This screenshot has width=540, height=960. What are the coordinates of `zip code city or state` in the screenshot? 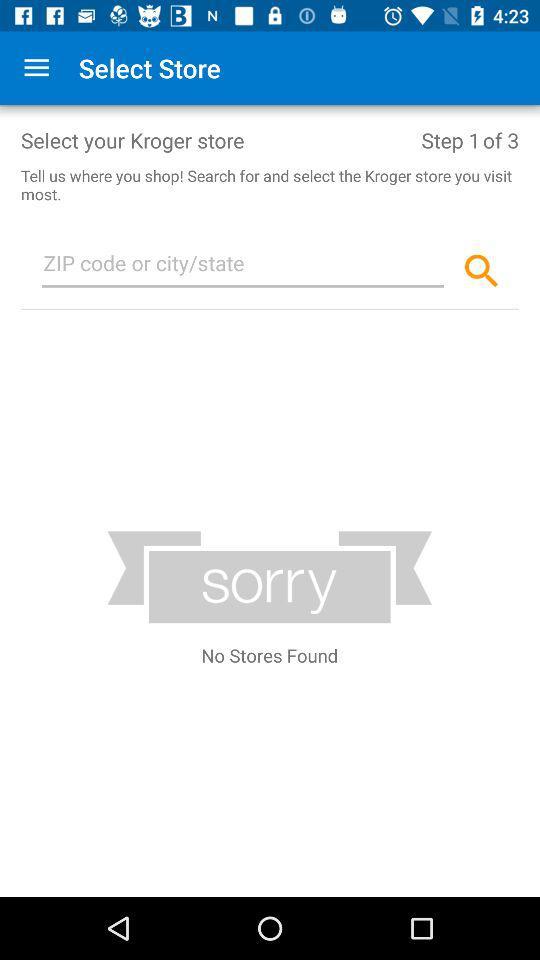 It's located at (243, 266).